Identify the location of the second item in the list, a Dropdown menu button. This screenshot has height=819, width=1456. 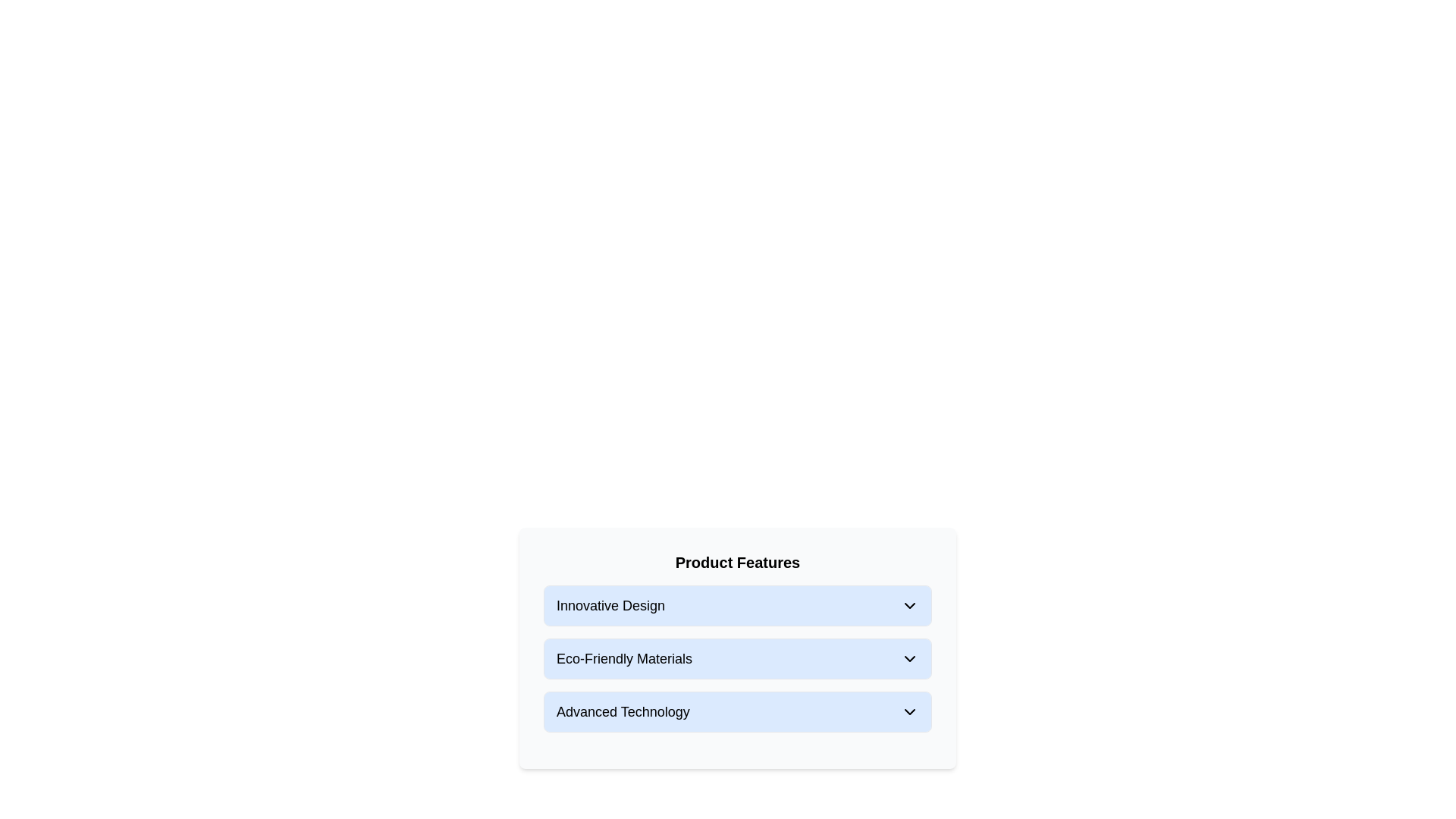
(738, 657).